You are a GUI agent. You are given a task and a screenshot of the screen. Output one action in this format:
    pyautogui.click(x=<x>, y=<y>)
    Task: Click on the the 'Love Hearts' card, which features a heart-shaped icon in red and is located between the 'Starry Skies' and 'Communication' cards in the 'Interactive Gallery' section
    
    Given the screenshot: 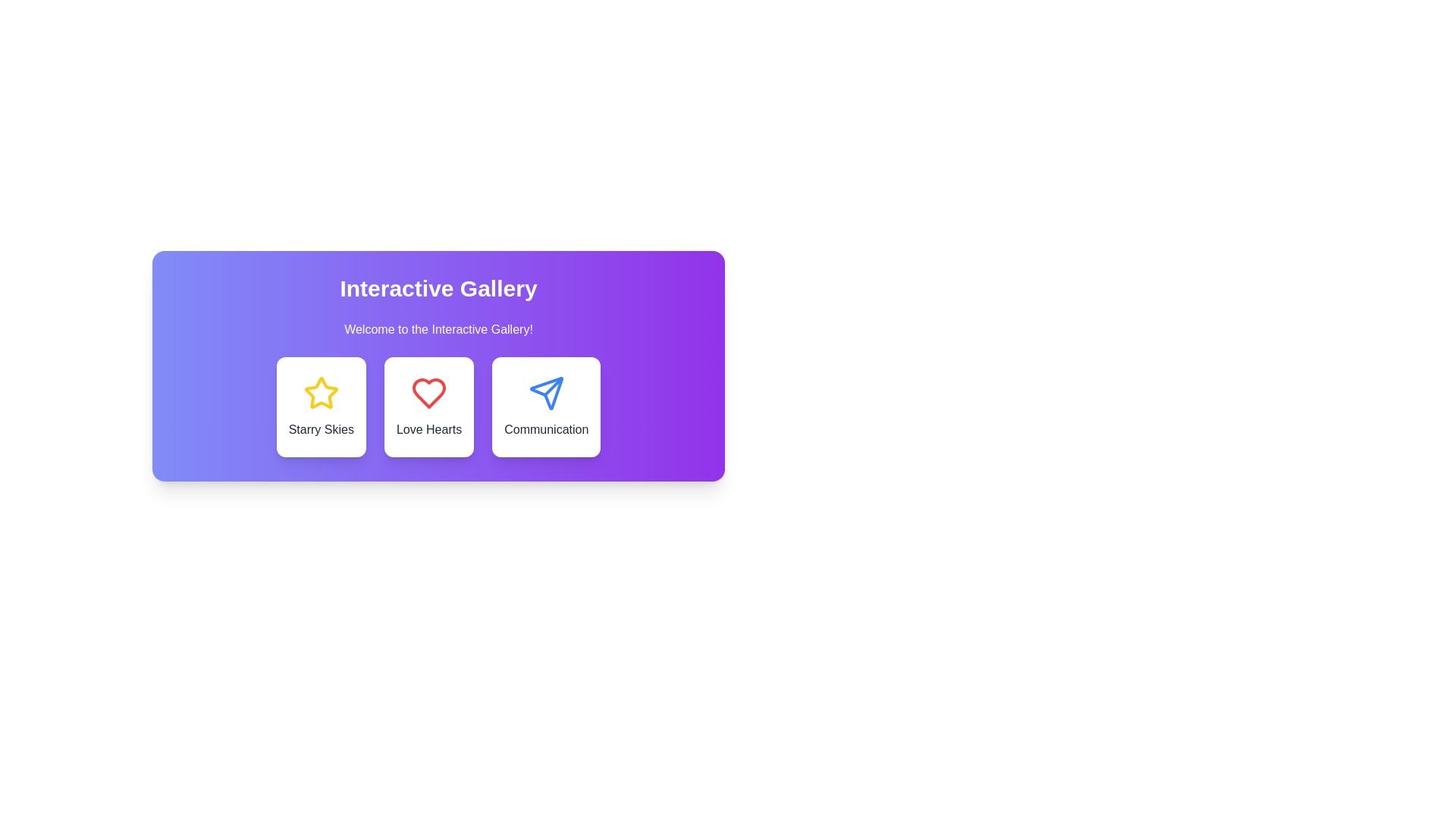 What is the action you would take?
    pyautogui.click(x=438, y=406)
    